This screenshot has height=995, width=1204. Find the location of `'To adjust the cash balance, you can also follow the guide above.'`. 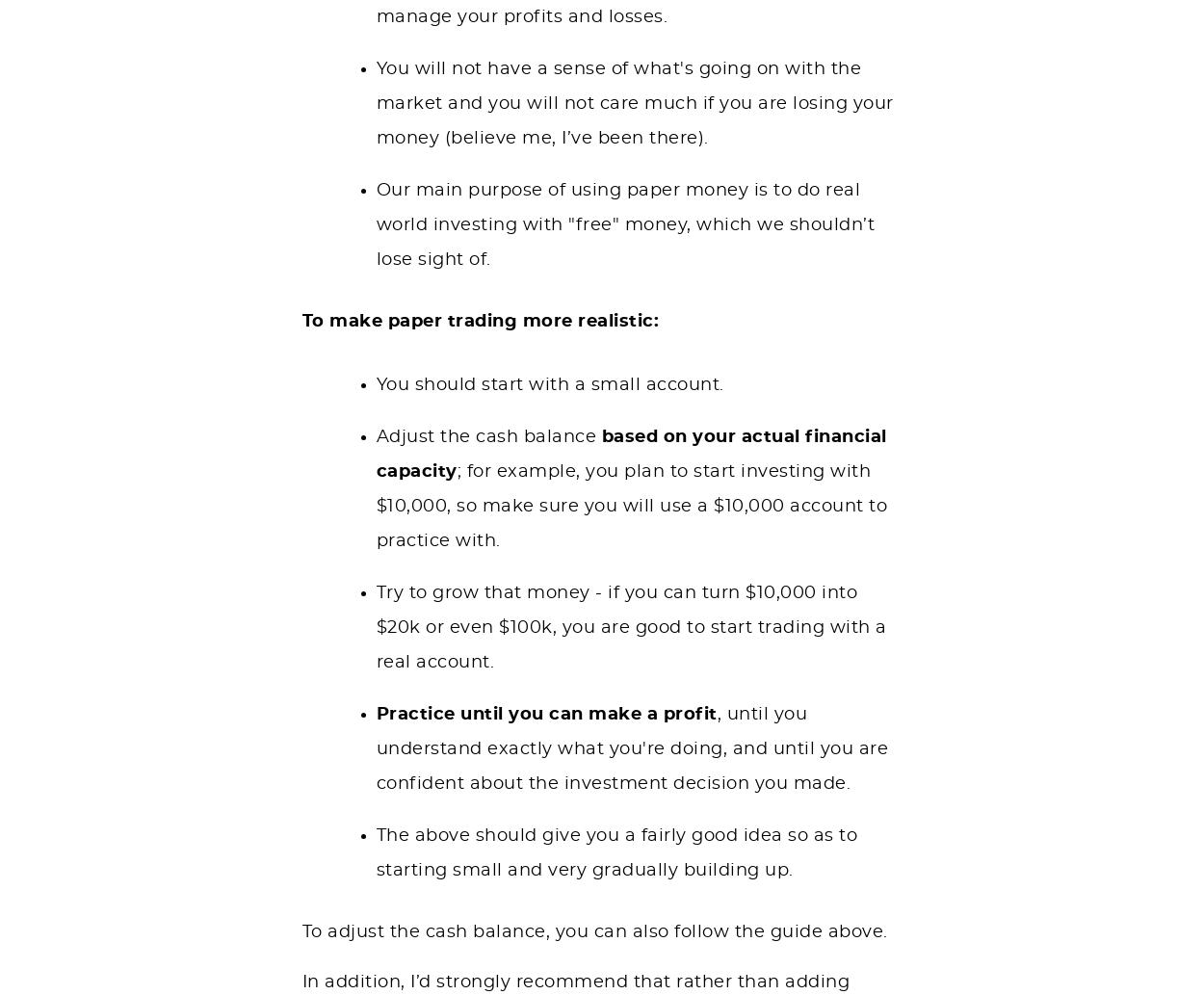

'To adjust the cash balance, you can also follow the guide above.' is located at coordinates (593, 930).